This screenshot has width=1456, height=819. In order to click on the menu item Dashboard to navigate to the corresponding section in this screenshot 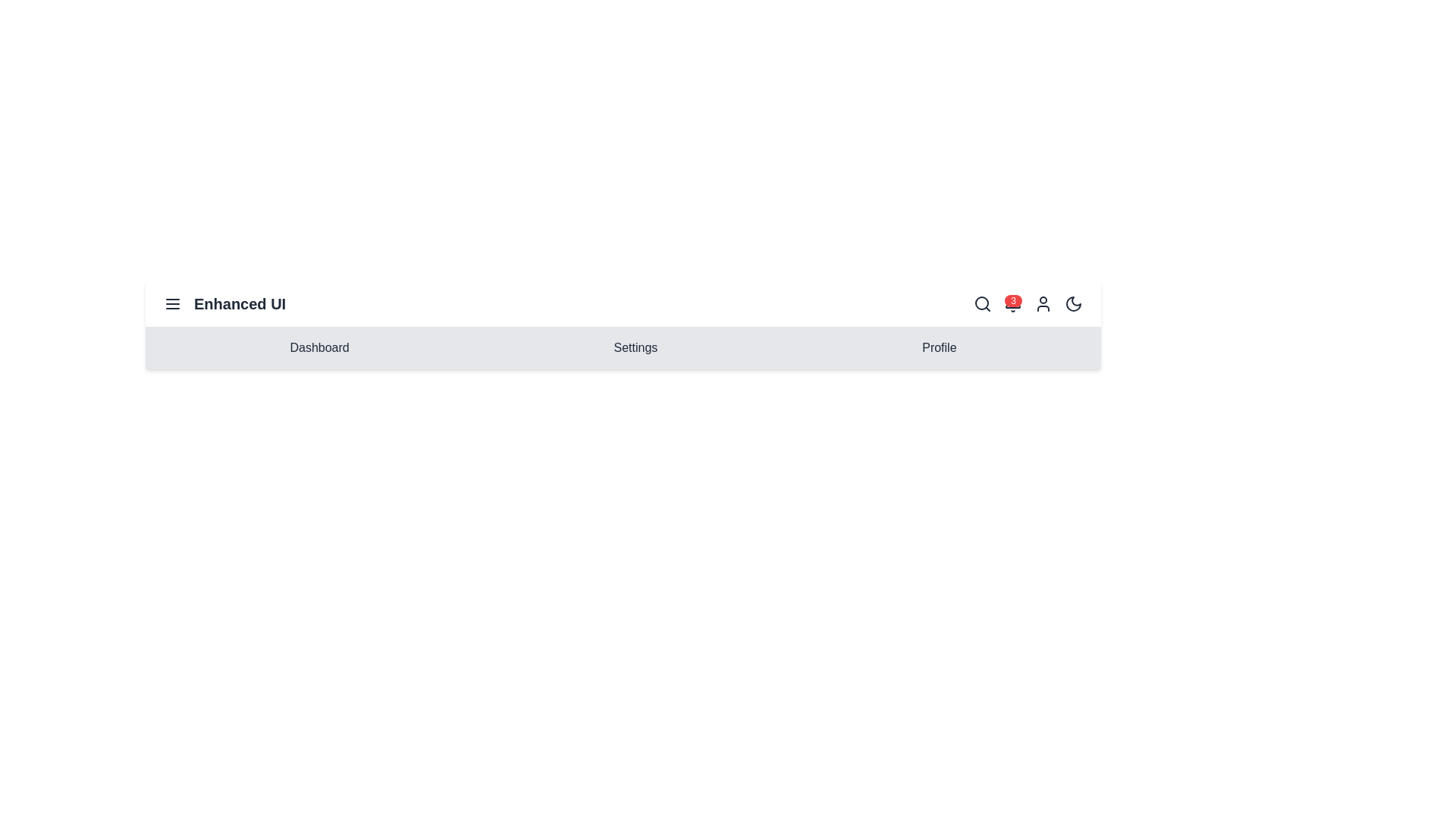, I will do `click(318, 348)`.